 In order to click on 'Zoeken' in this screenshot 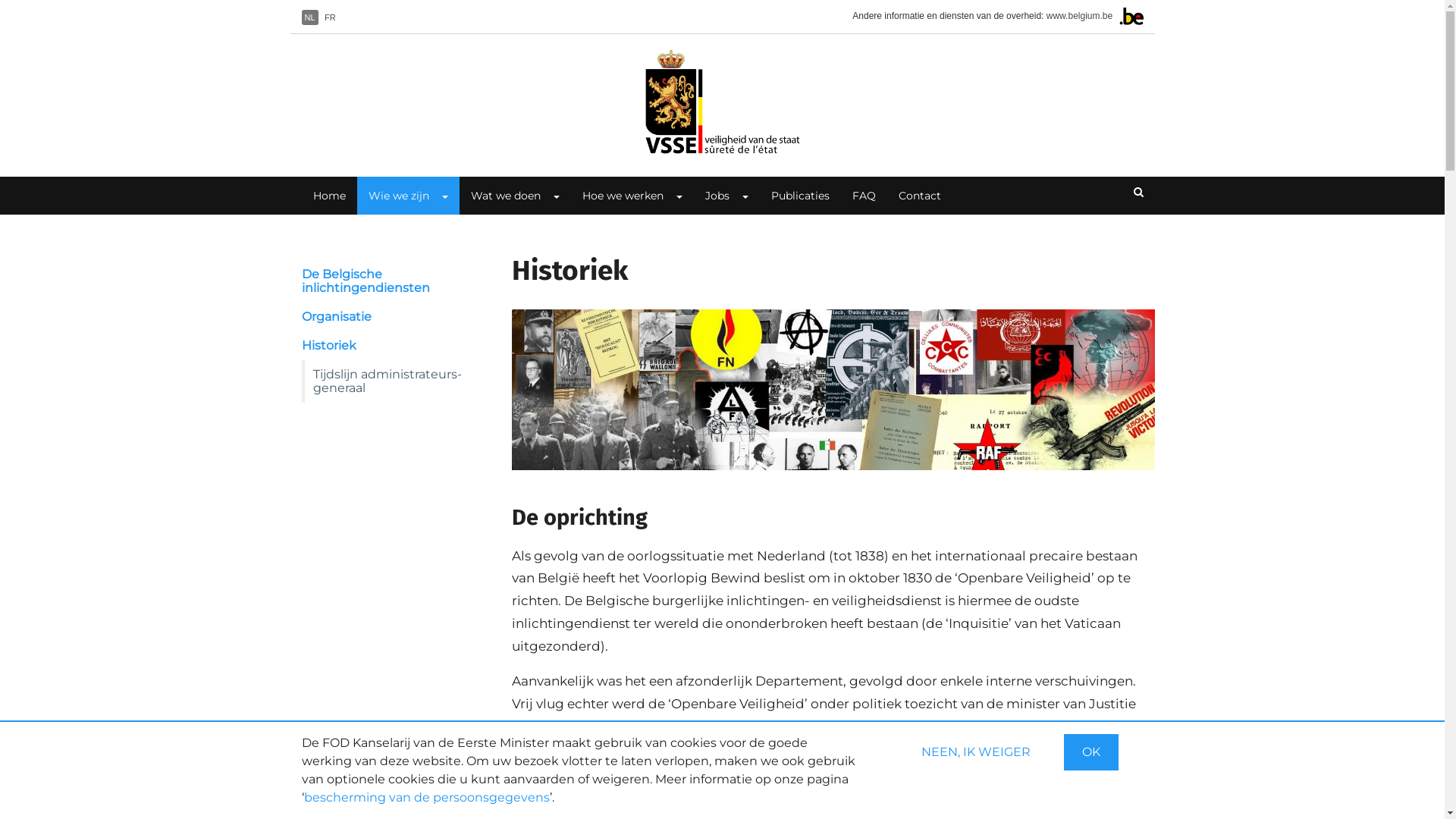, I will do `click(1122, 192)`.